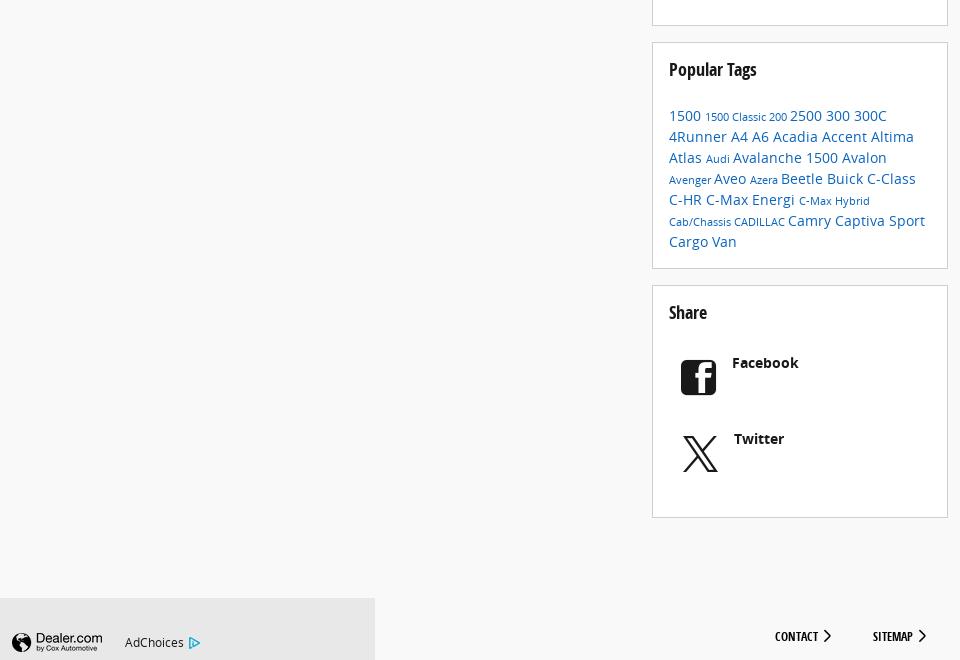 The height and width of the screenshot is (660, 960). What do you see at coordinates (764, 194) in the screenshot?
I see `'Azera'` at bounding box center [764, 194].